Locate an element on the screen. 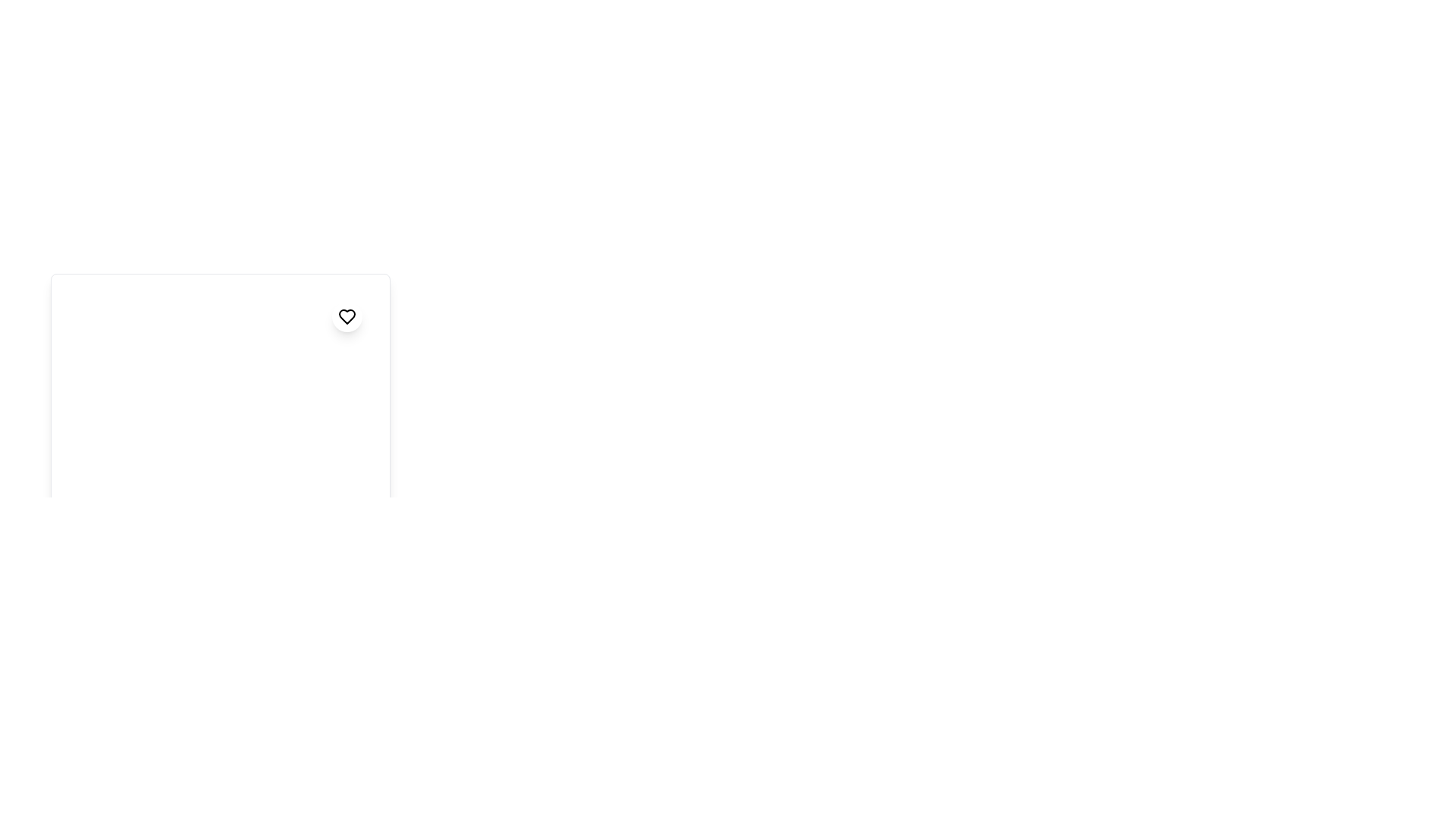 The image size is (1456, 819). the first SVG Circle element, which is outlined with a stroke and has no additional features is located at coordinates (324, 568).